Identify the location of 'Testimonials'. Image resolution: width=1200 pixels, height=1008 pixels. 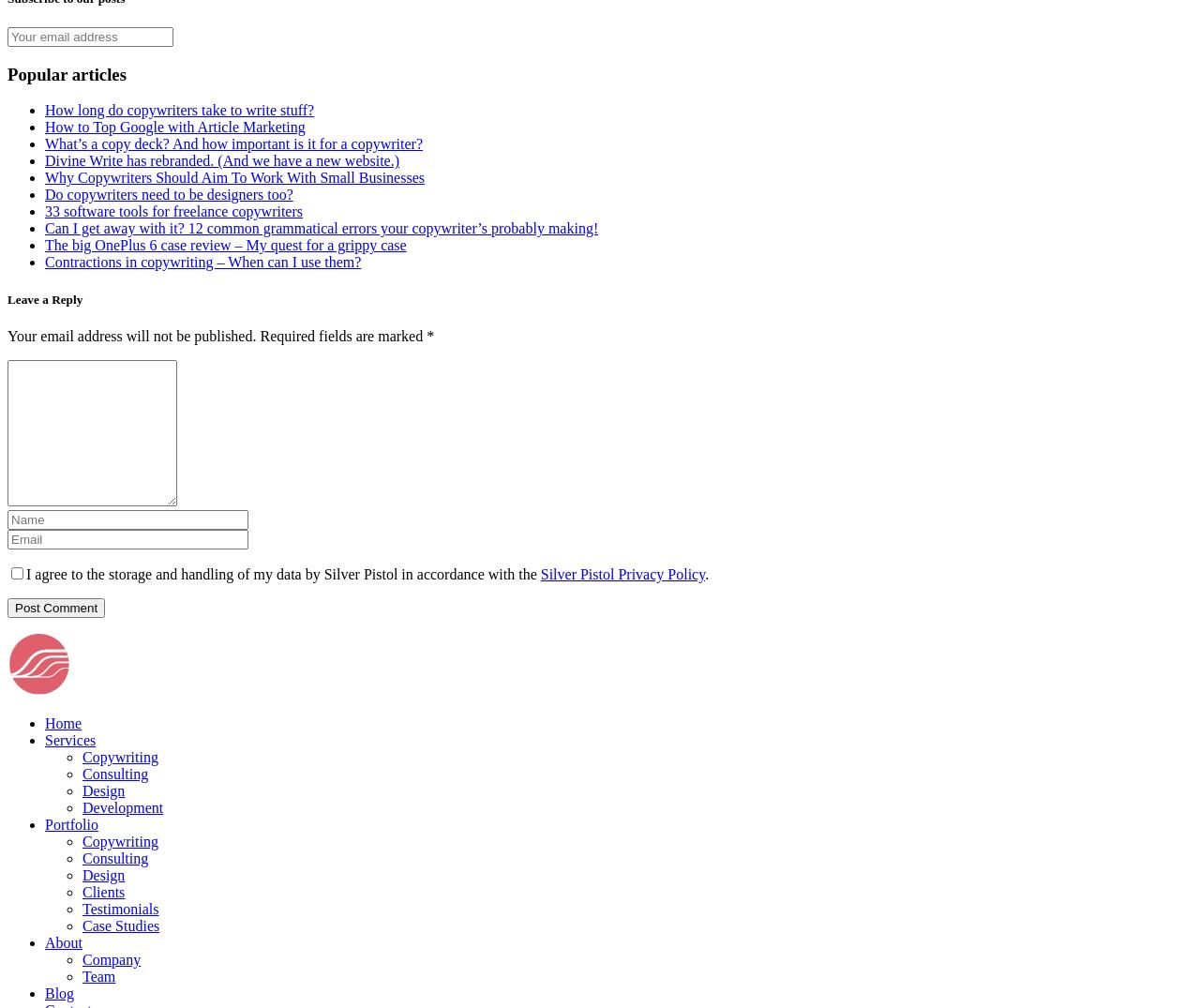
(82, 908).